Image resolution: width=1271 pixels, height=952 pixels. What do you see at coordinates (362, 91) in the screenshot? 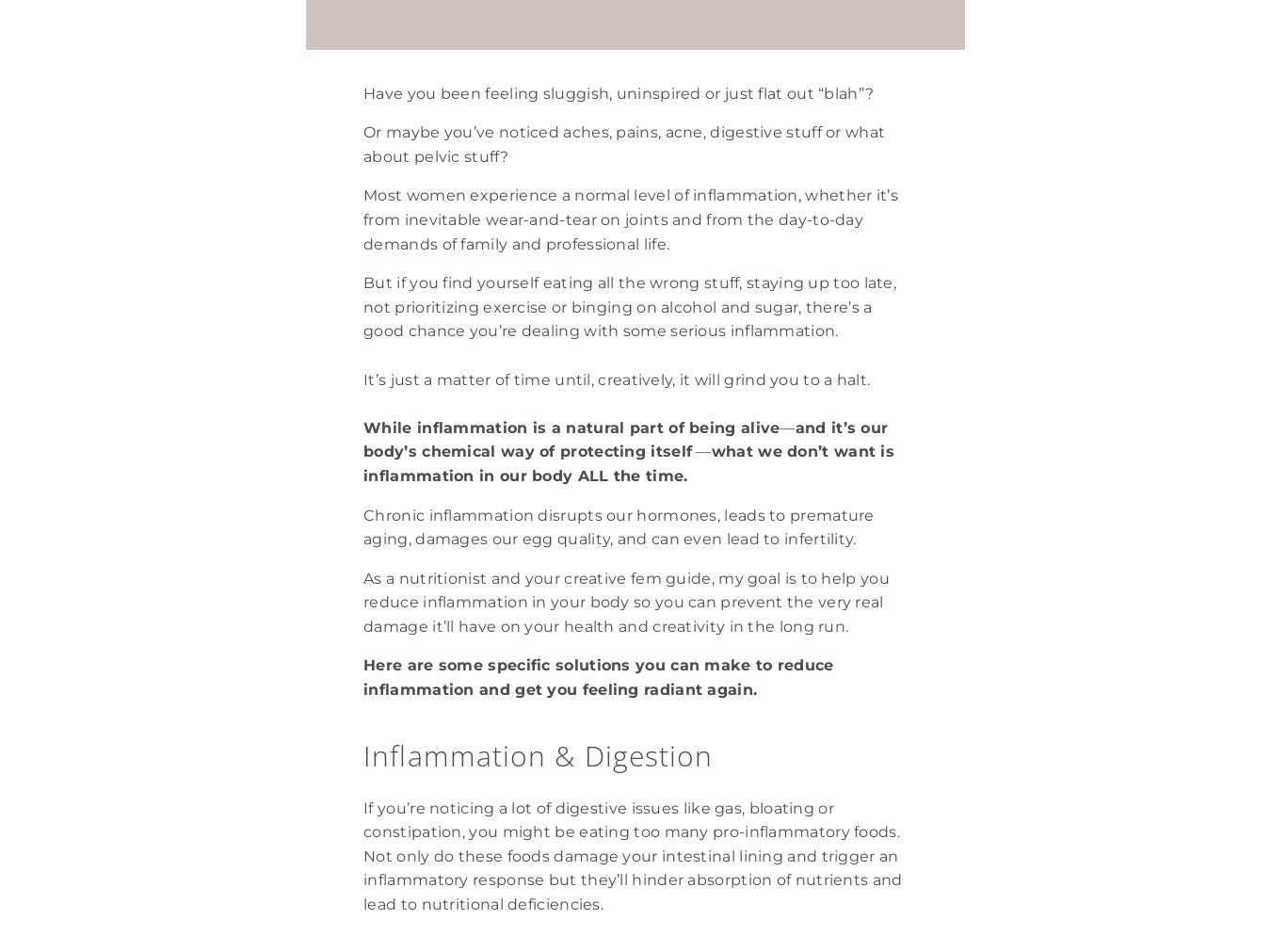
I see `'Have you been feeling sluggish, uninspired or just flat out “blah”?'` at bounding box center [362, 91].